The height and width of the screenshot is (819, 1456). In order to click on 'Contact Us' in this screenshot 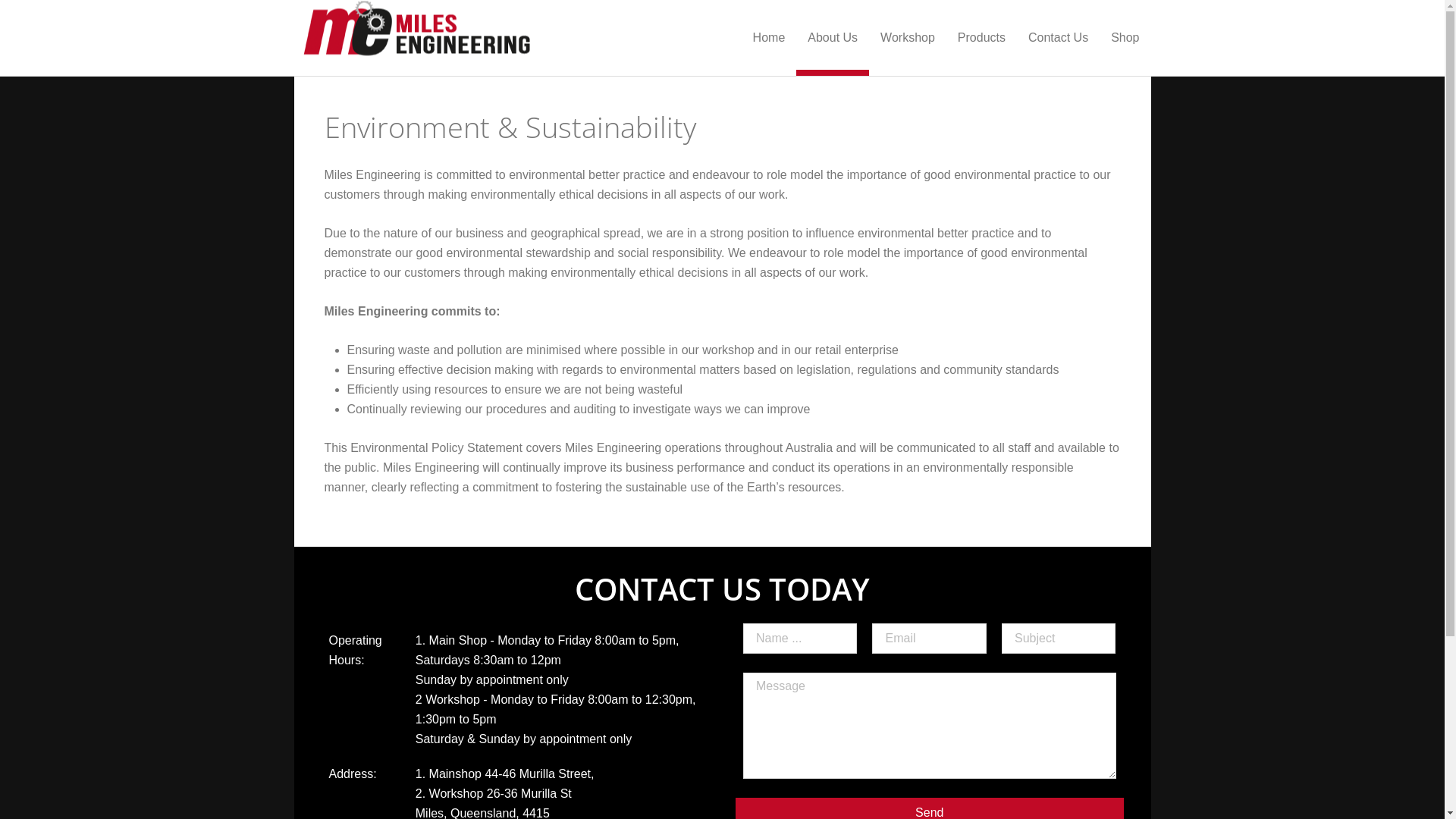, I will do `click(1057, 37)`.